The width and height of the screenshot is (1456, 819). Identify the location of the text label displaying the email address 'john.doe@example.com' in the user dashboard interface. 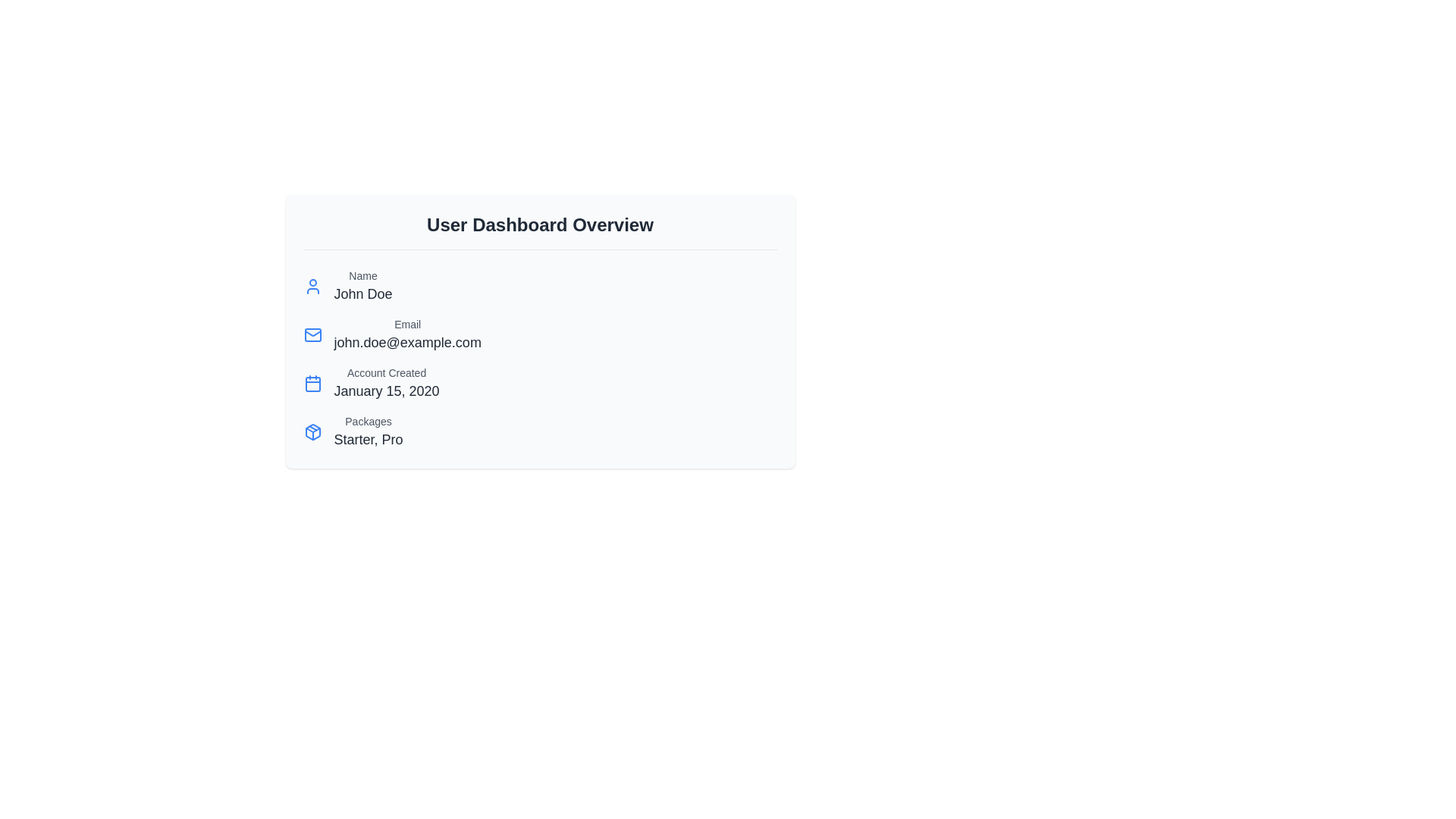
(407, 342).